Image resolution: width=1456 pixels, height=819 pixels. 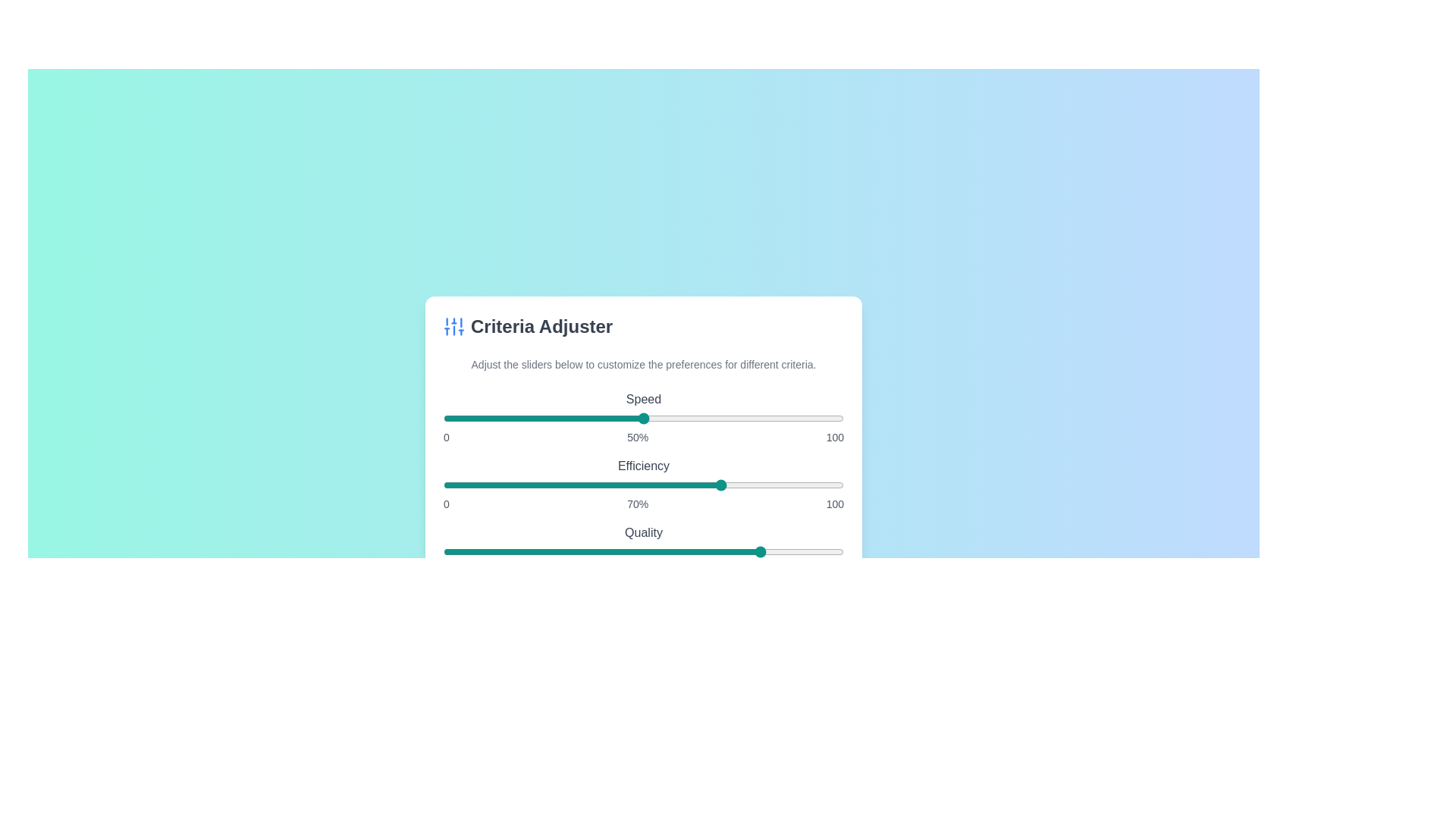 I want to click on the 'Speed' slider to 47%, so click(x=632, y=418).